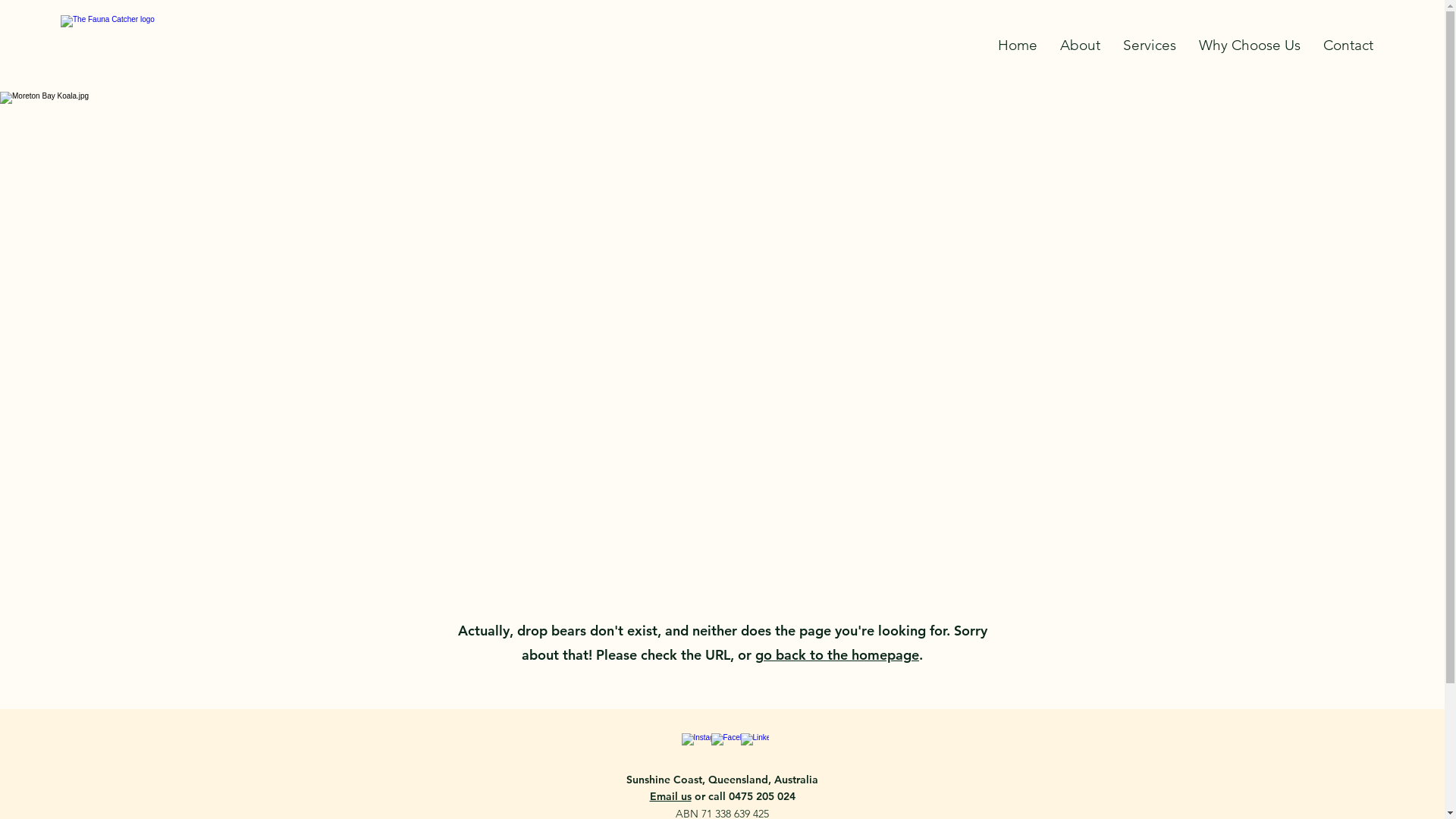 This screenshot has height=819, width=1456. Describe the element at coordinates (1348, 45) in the screenshot. I see `'Contact'` at that location.